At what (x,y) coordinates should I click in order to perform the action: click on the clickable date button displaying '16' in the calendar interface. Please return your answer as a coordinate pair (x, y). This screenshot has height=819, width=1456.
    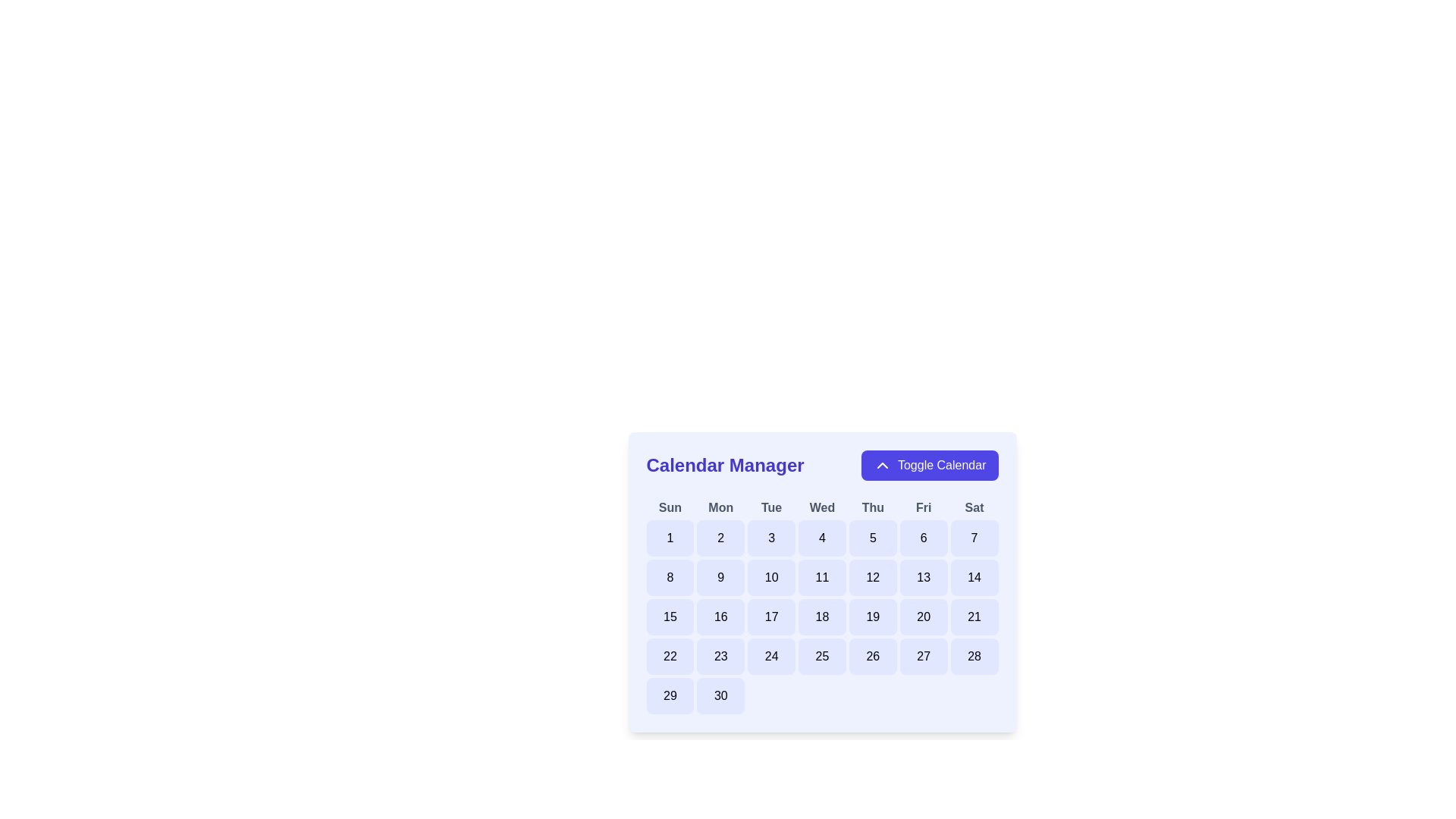
    Looking at the image, I should click on (720, 617).